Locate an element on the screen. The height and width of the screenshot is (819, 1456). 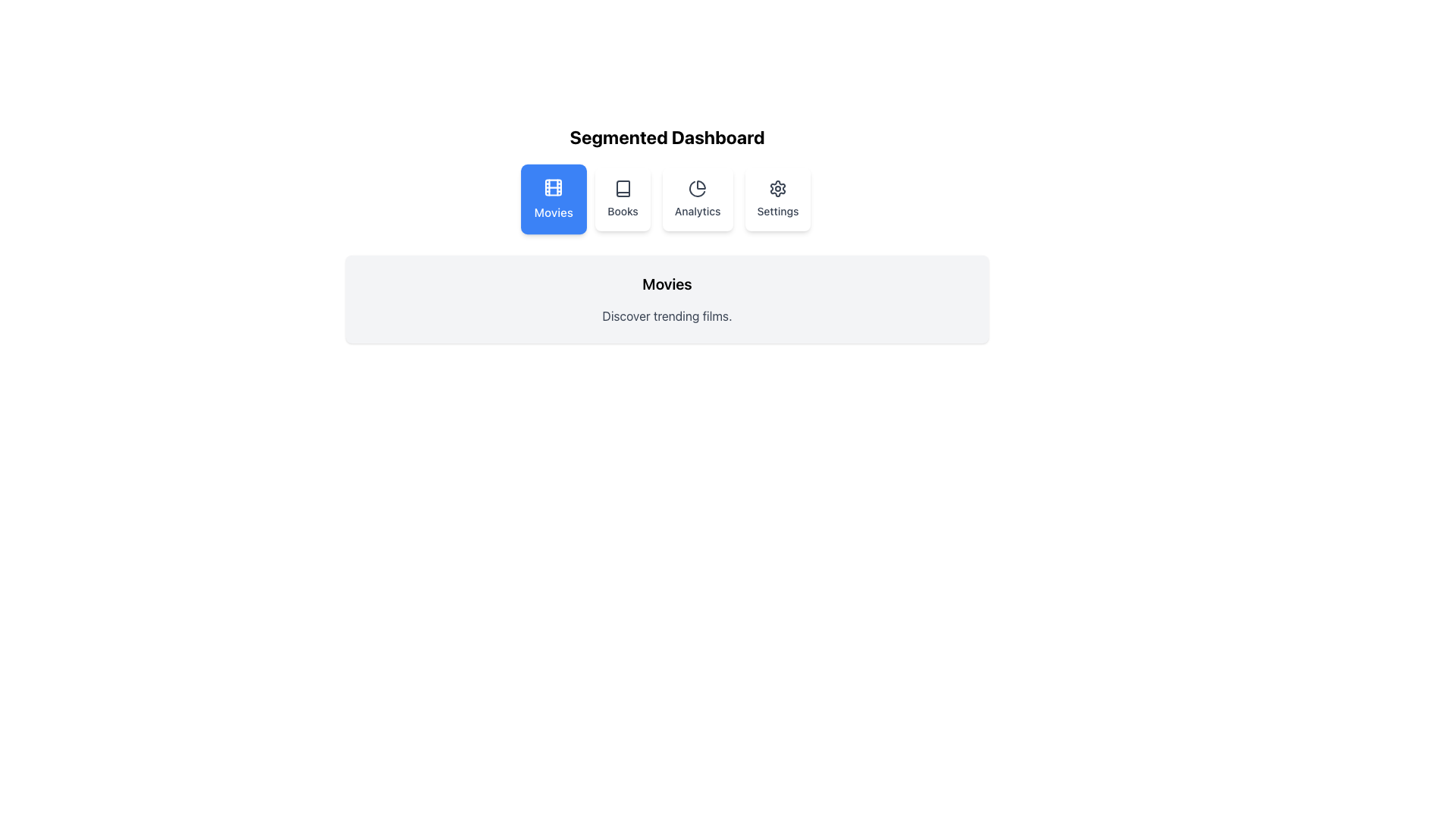
the SVG icon representing a pie chart within the 'Analytics' tile, which is centrally located above the label text 'Analytics.' is located at coordinates (697, 188).